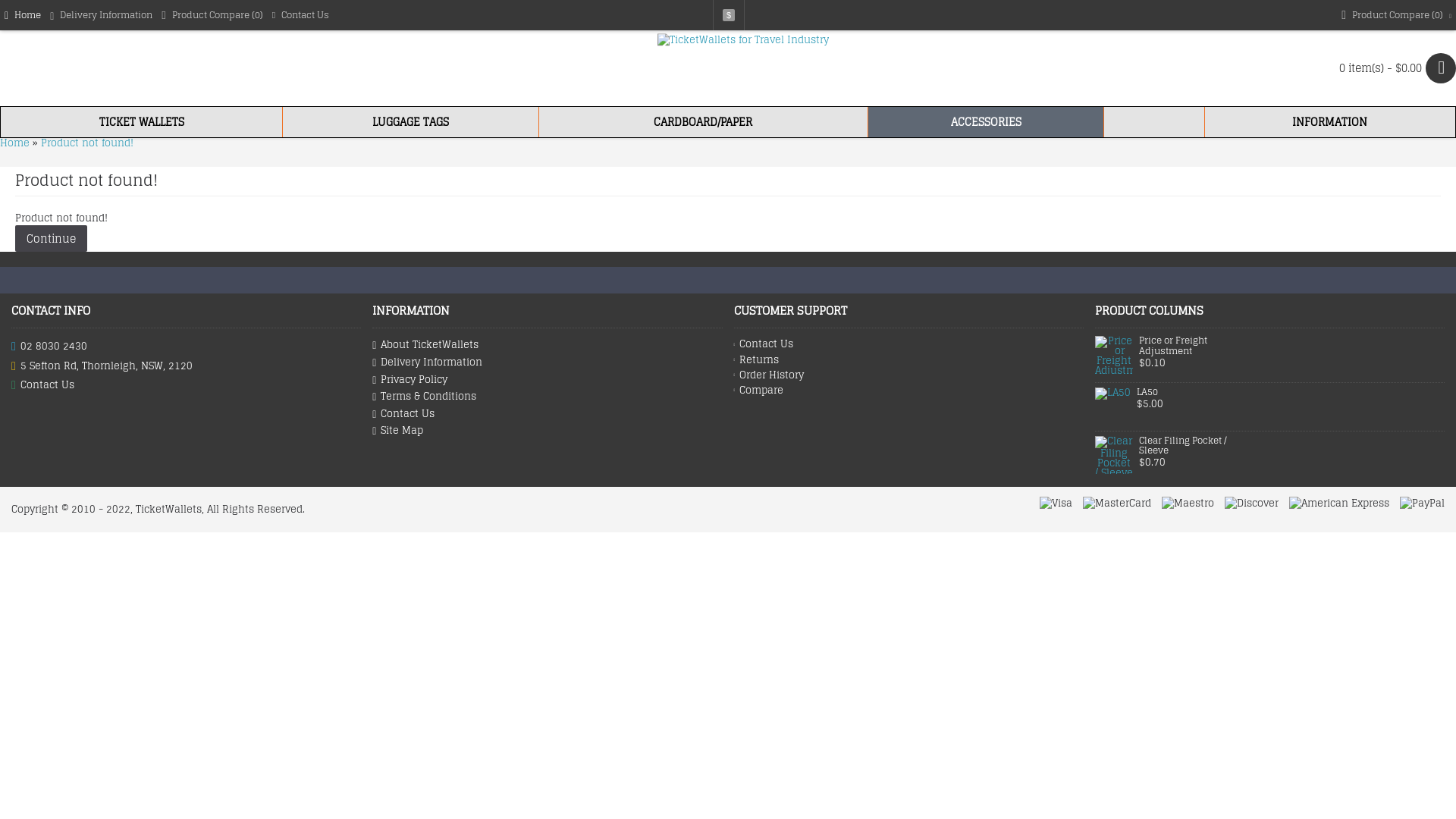 This screenshot has height=819, width=1456. What do you see at coordinates (1113, 354) in the screenshot?
I see `'Price or Freight Adjustment'` at bounding box center [1113, 354].